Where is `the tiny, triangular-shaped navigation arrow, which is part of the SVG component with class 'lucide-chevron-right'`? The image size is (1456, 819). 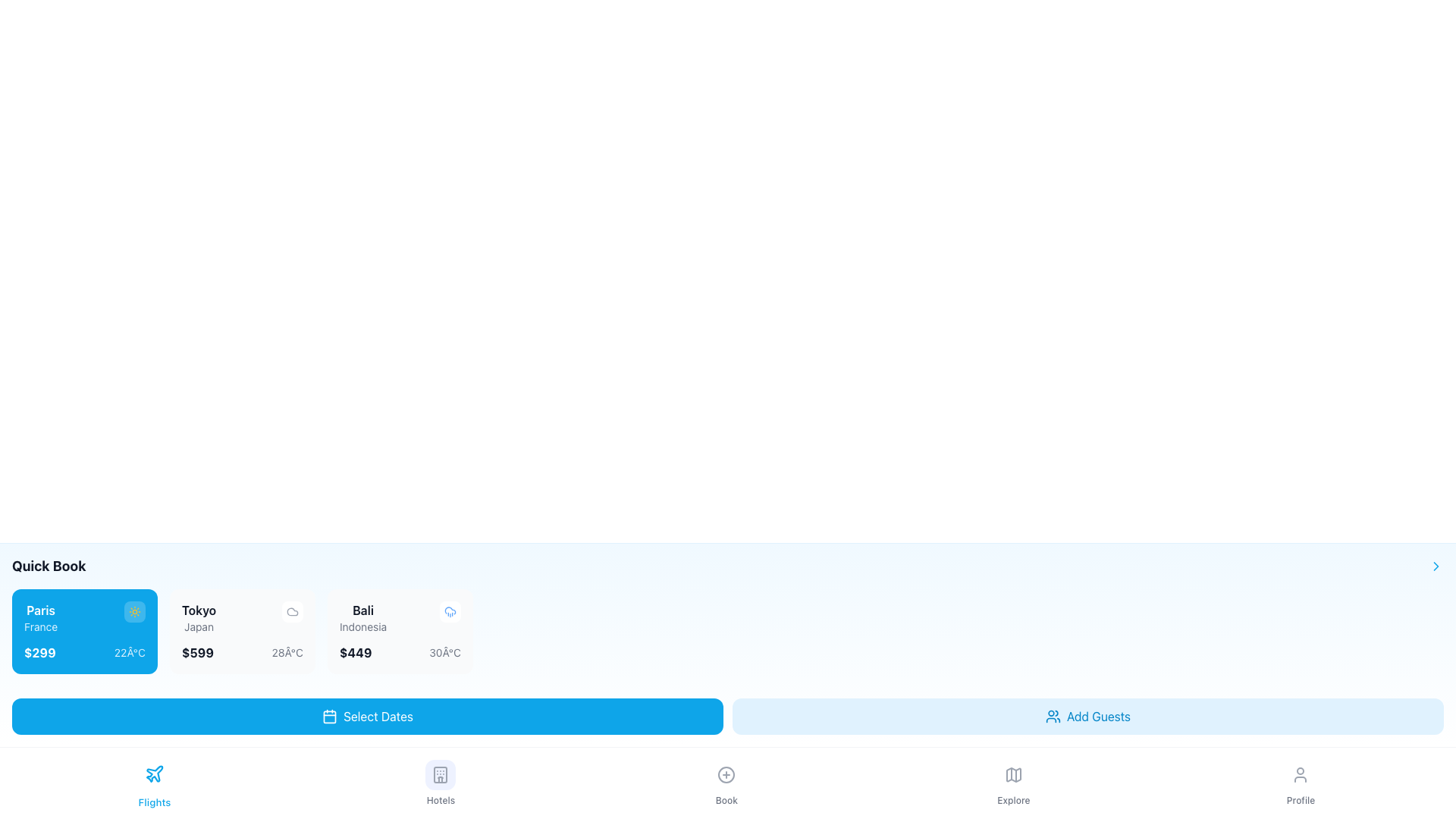
the tiny, triangular-shaped navigation arrow, which is part of the SVG component with class 'lucide-chevron-right' is located at coordinates (1436, 566).